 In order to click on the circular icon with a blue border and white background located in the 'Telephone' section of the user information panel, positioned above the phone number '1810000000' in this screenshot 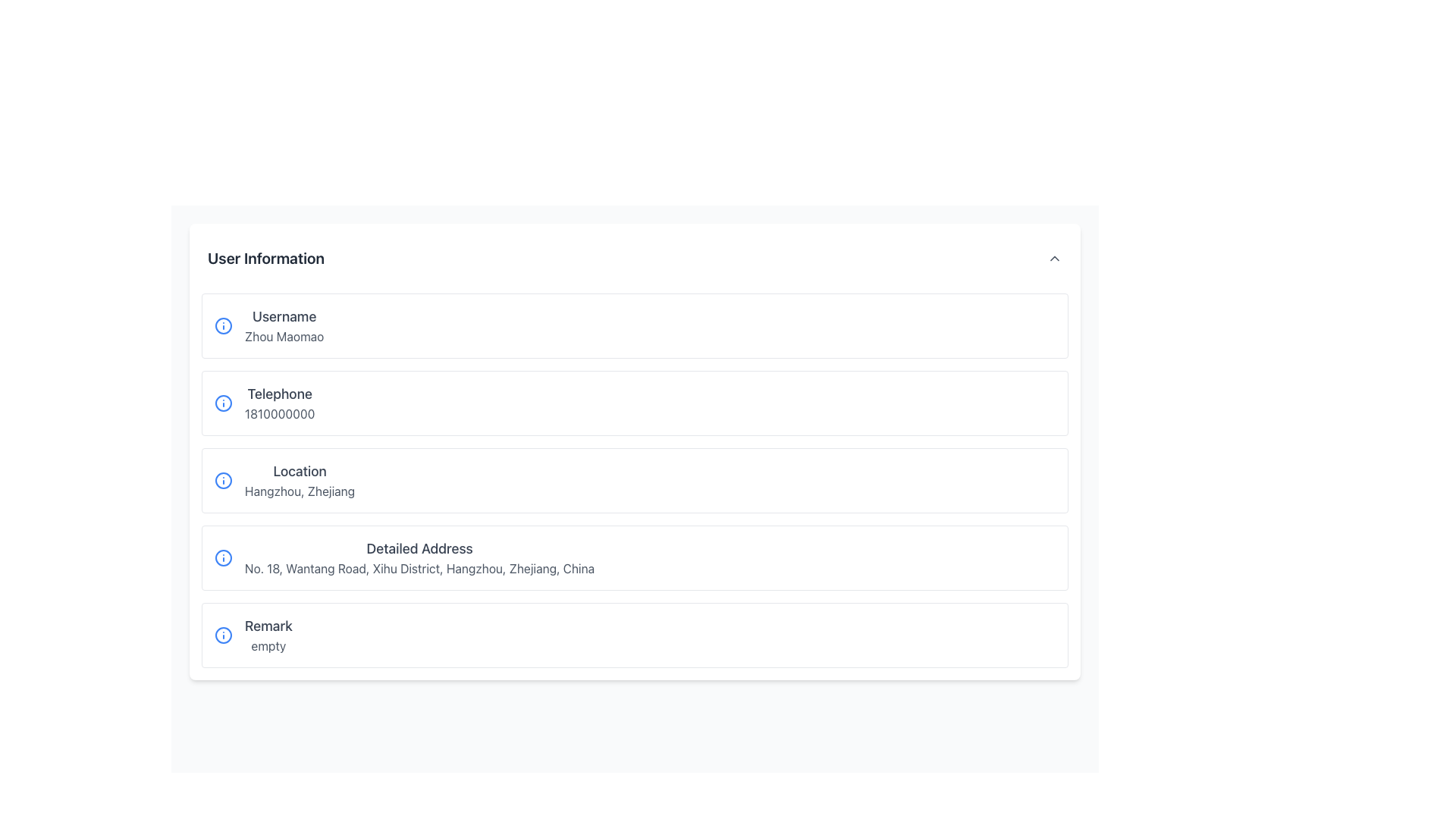, I will do `click(222, 403)`.